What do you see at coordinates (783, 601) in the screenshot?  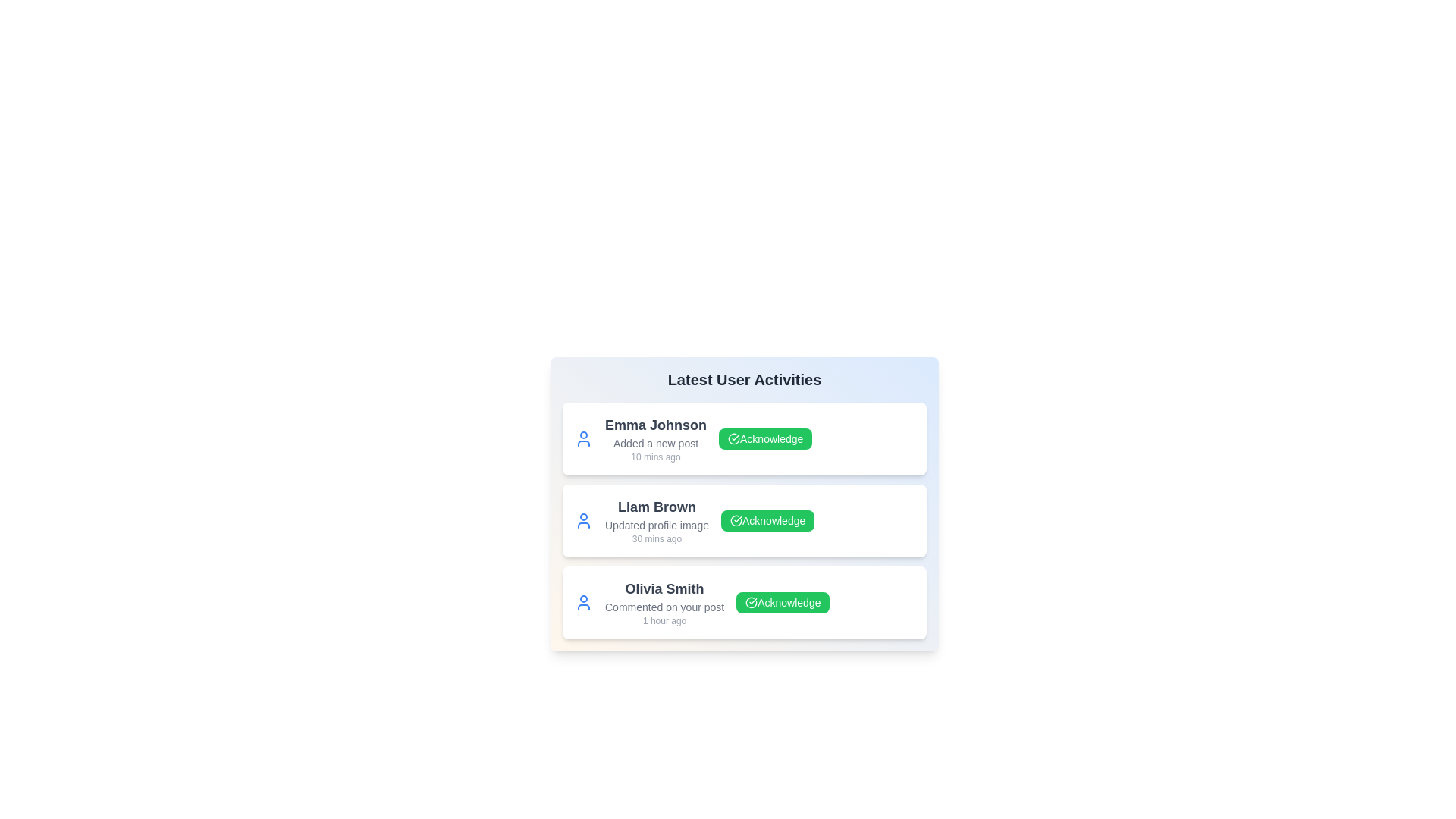 I see `the 'Acknowledge' button for the activity of Olivia Smith` at bounding box center [783, 601].